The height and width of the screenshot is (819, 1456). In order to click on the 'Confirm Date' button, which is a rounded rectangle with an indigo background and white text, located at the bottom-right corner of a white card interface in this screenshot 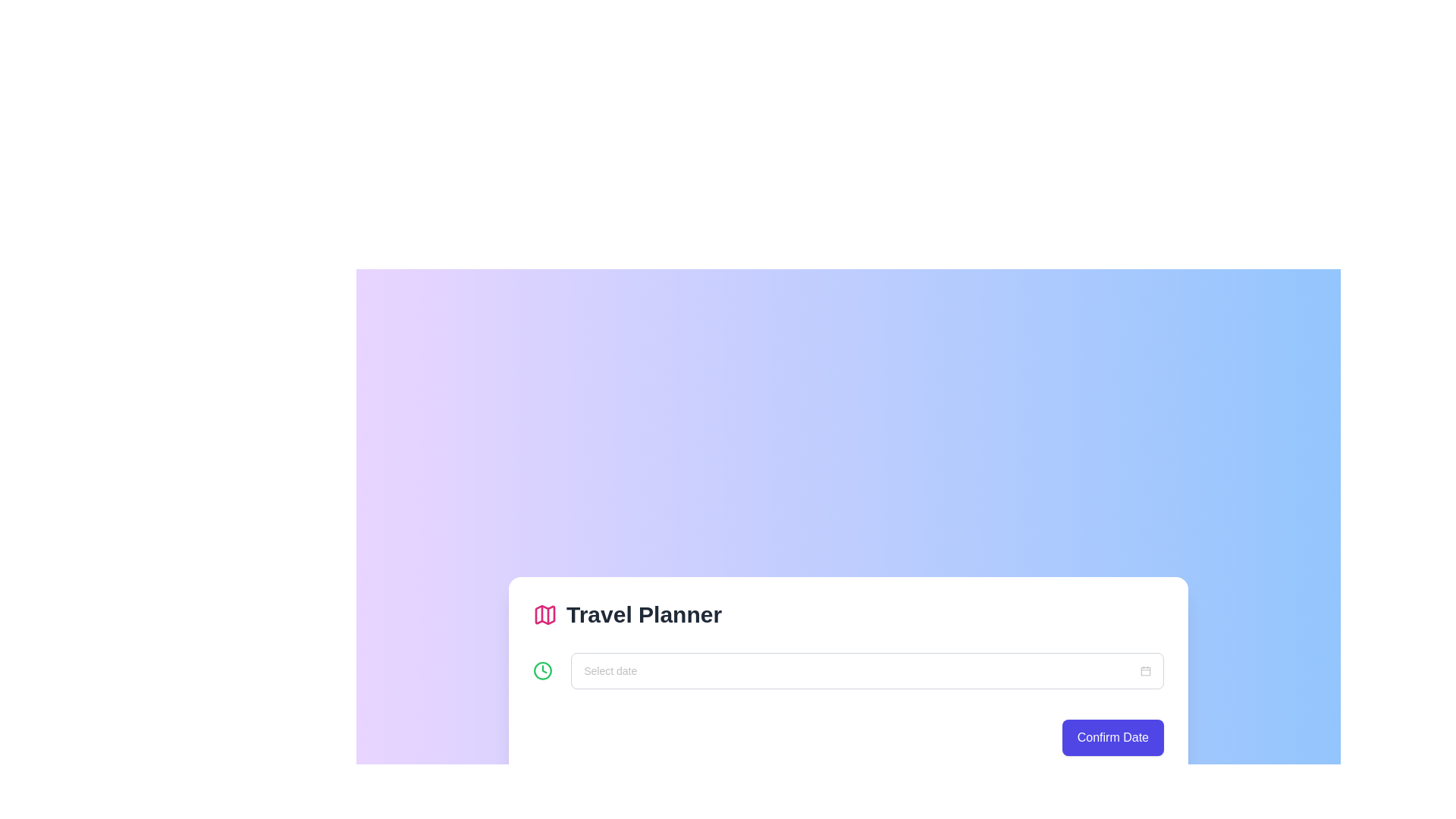, I will do `click(1112, 736)`.